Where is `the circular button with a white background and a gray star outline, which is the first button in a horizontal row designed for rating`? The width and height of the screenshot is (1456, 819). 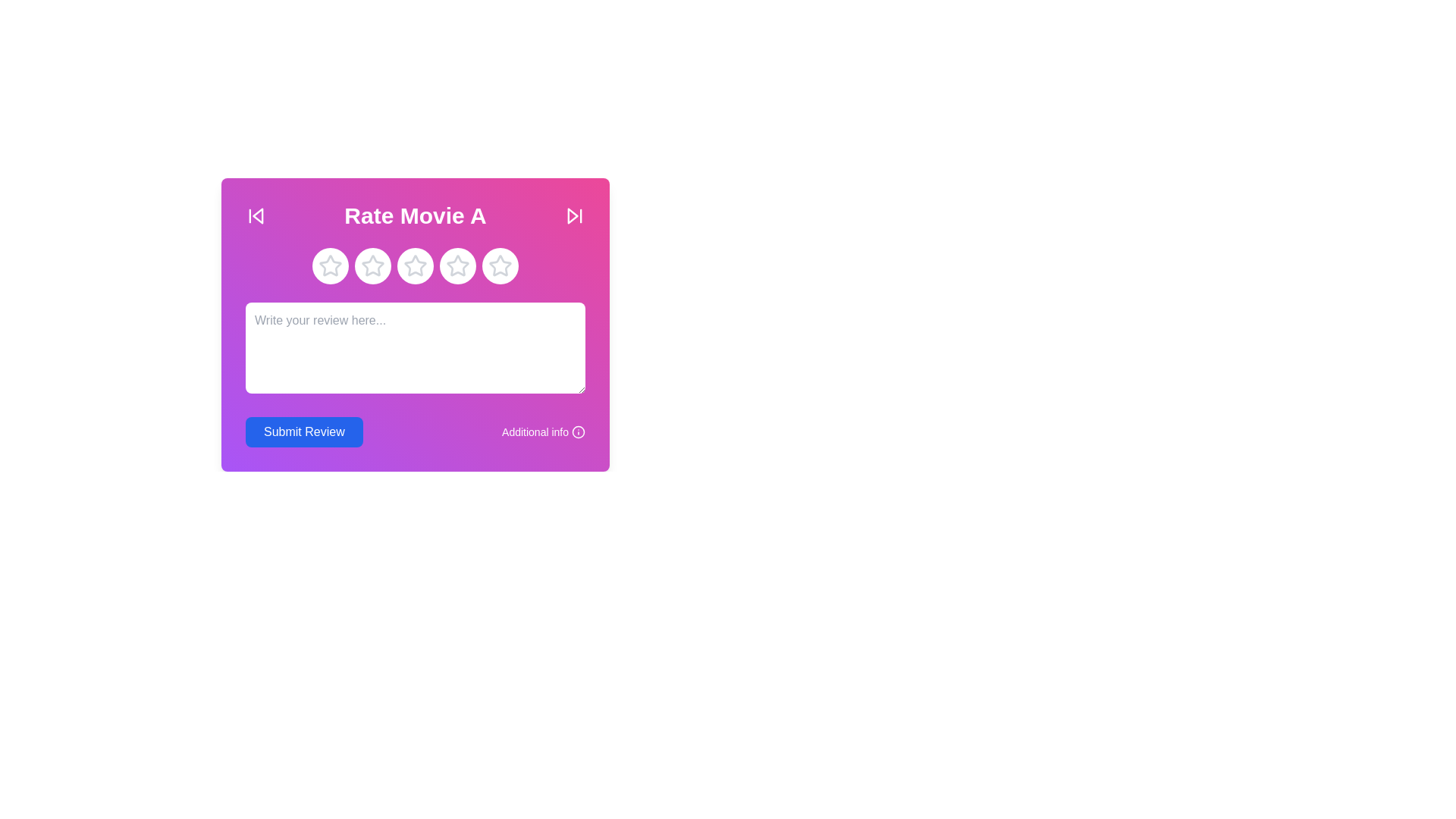 the circular button with a white background and a gray star outline, which is the first button in a horizontal row designed for rating is located at coordinates (330, 265).